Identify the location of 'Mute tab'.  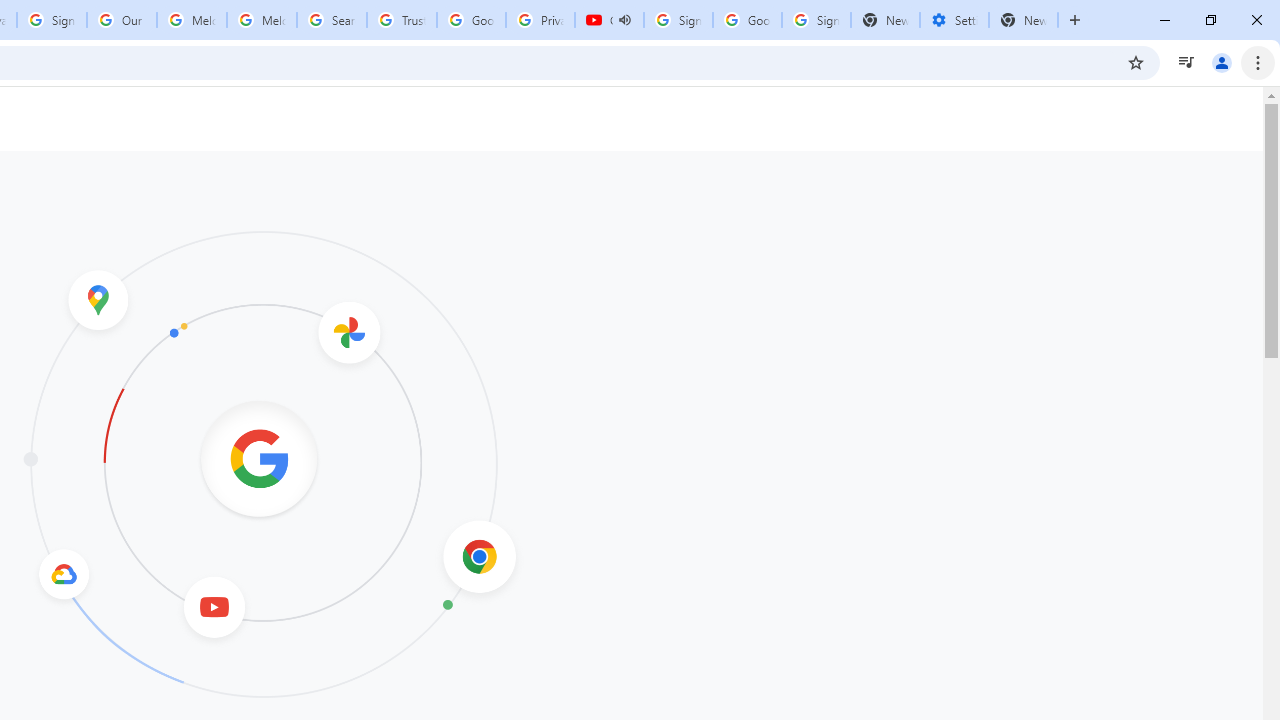
(624, 20).